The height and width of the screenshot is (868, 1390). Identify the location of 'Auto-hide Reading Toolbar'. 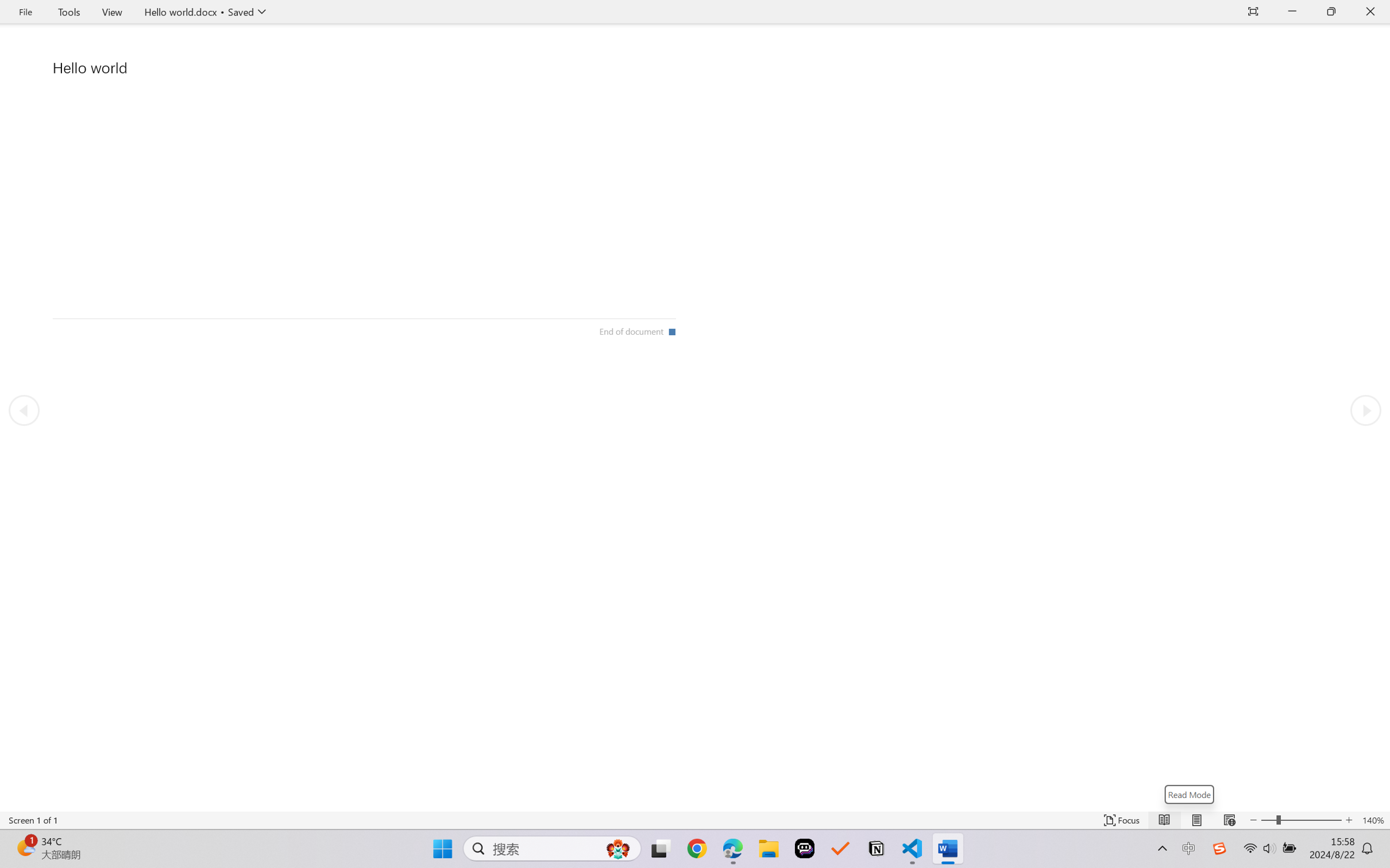
(1253, 11).